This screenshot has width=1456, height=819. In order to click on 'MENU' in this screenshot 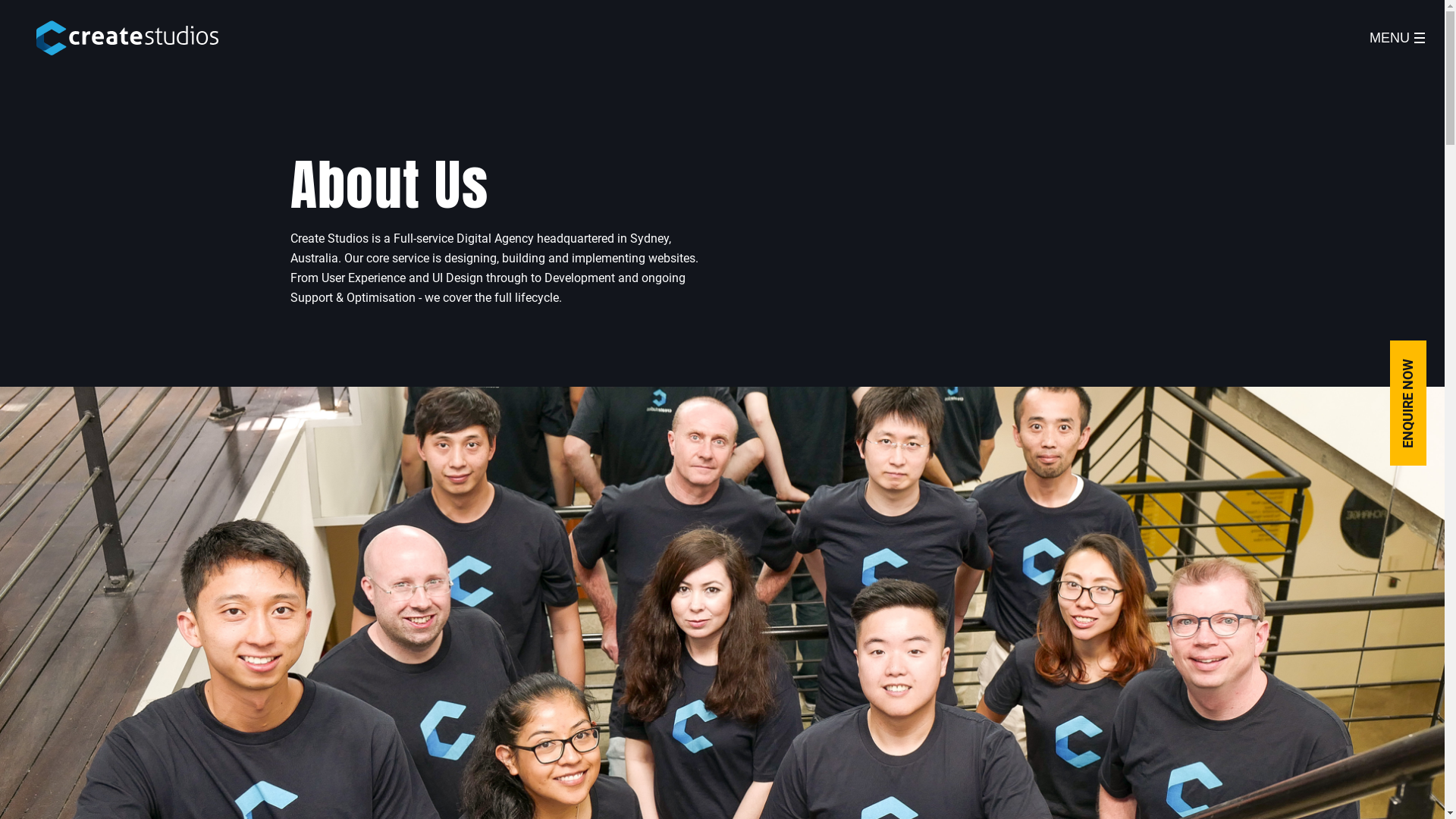, I will do `click(1396, 37)`.